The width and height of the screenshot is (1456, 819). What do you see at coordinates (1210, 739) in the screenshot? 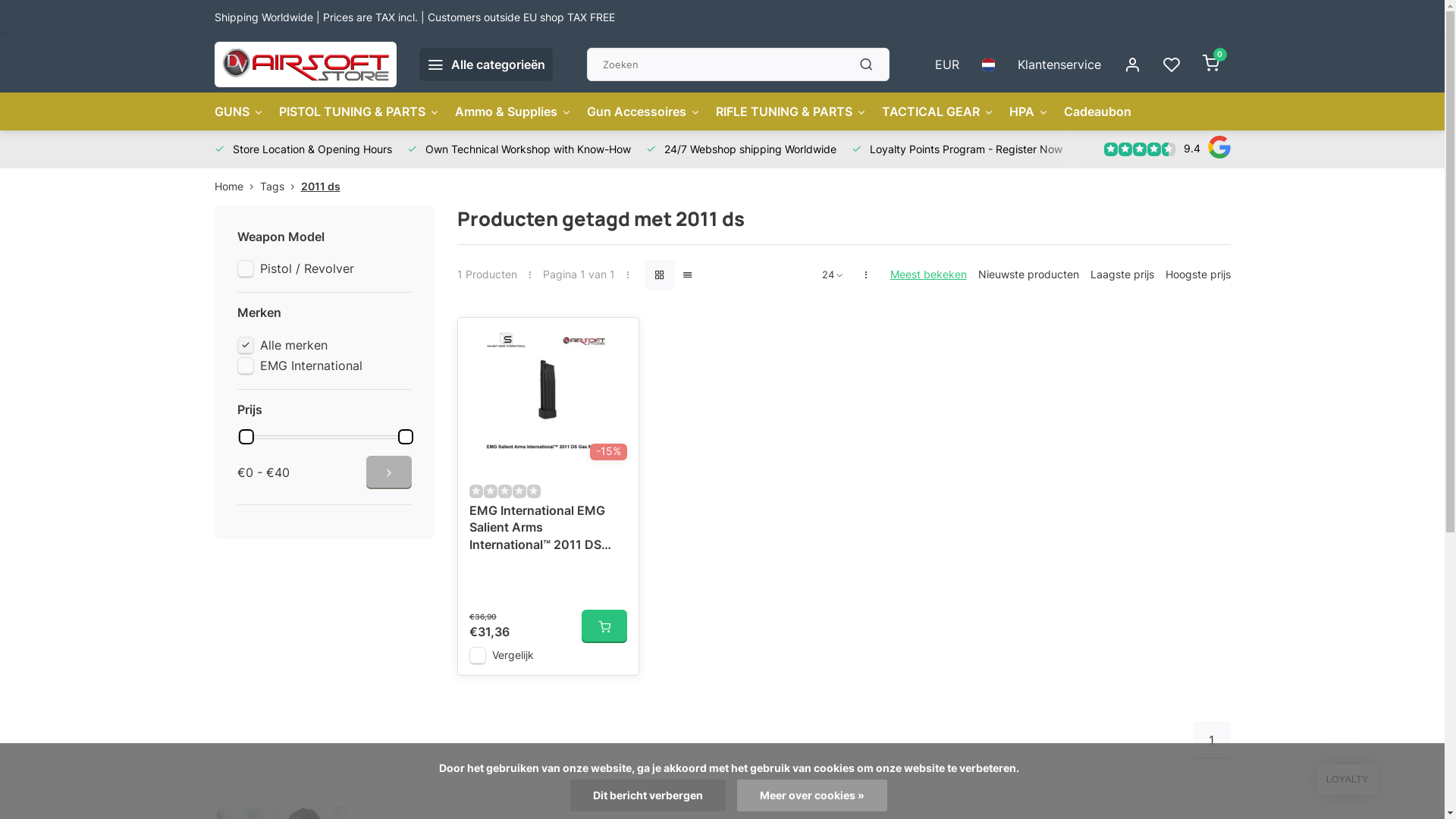
I see `'1'` at bounding box center [1210, 739].